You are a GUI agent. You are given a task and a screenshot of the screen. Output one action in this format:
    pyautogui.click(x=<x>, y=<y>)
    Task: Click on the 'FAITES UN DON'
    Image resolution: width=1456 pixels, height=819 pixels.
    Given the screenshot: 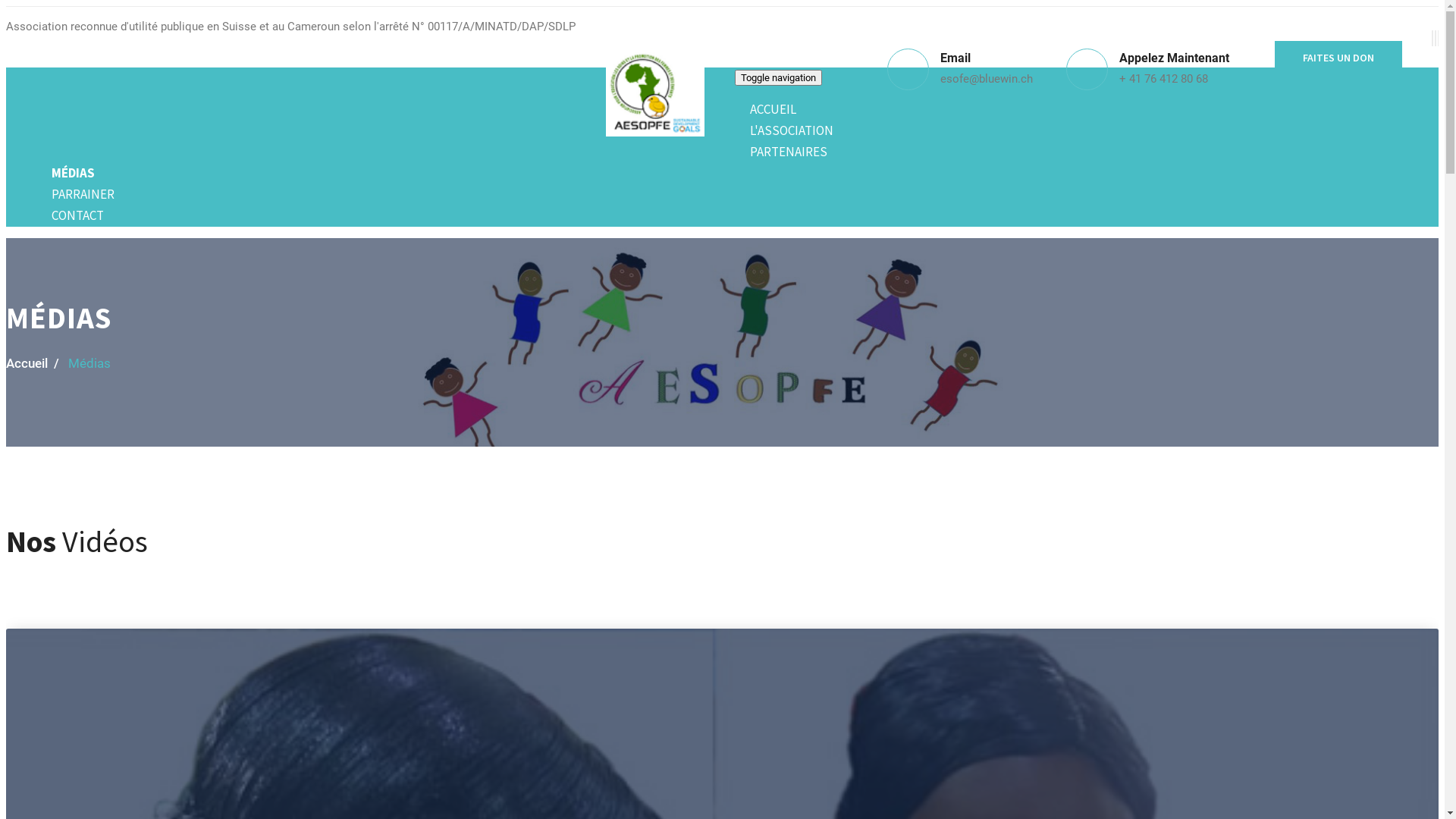 What is the action you would take?
    pyautogui.click(x=1338, y=57)
    